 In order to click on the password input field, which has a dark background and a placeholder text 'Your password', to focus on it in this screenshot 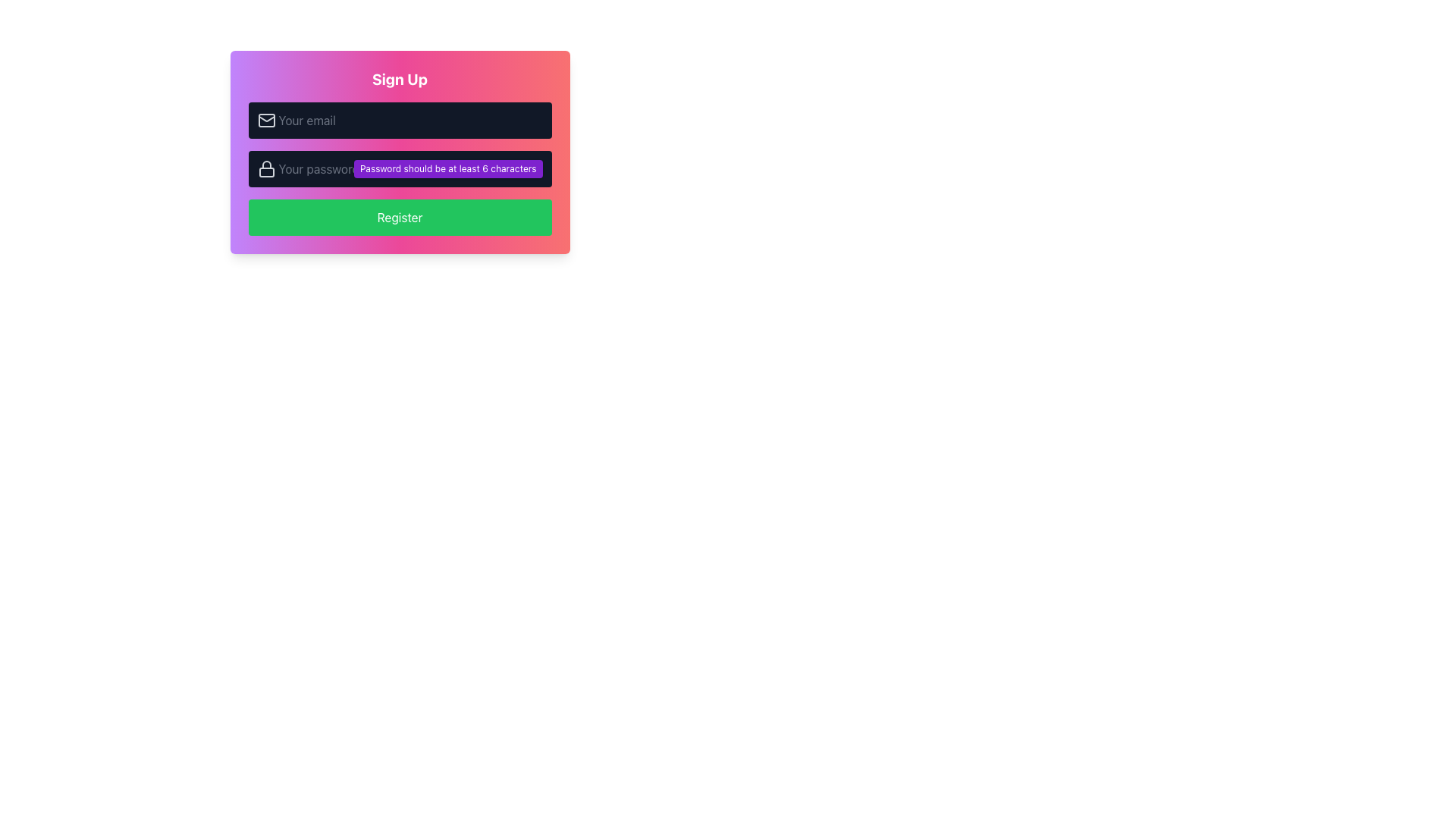, I will do `click(400, 169)`.